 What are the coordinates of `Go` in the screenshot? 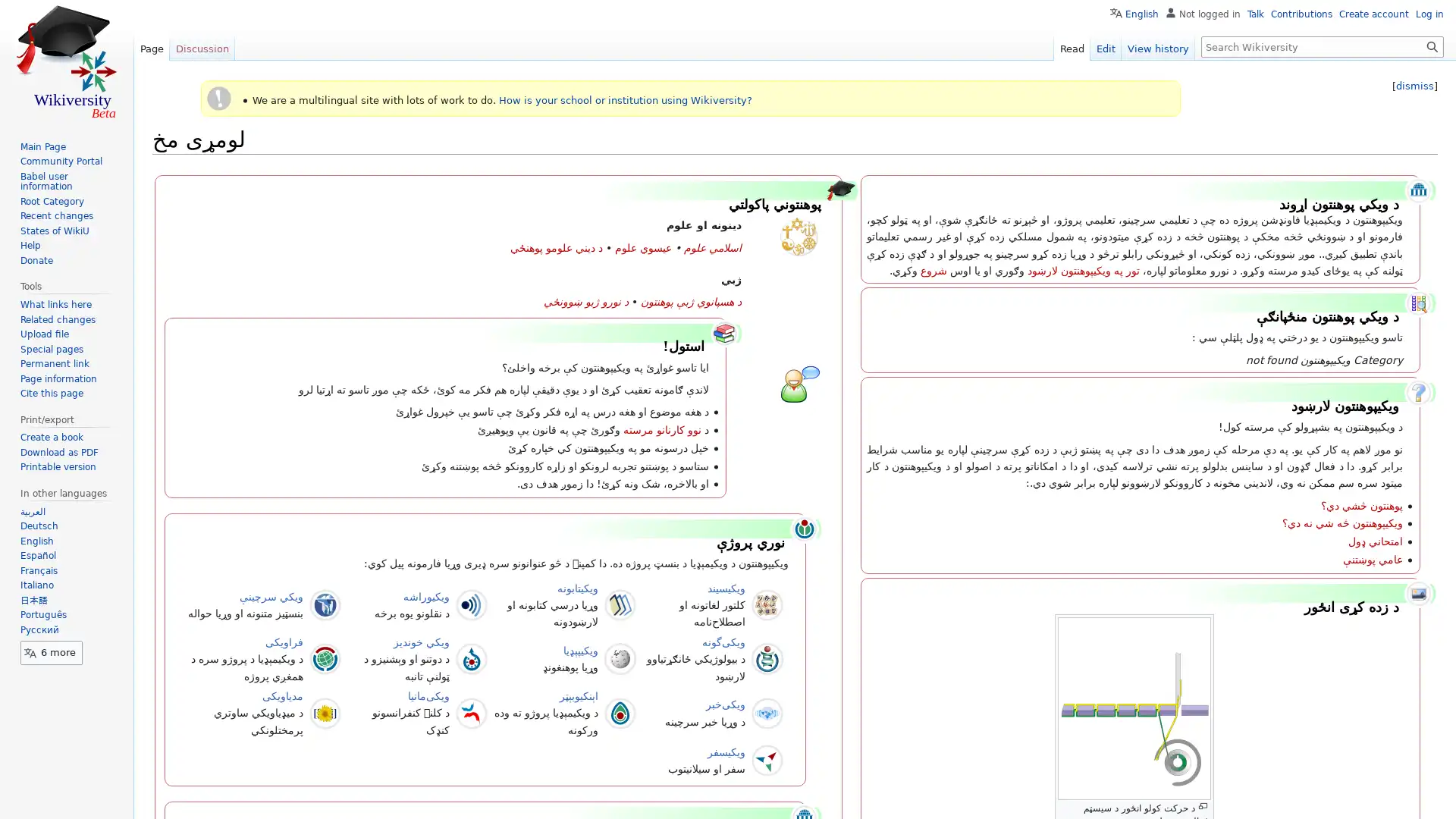 It's located at (1432, 45).